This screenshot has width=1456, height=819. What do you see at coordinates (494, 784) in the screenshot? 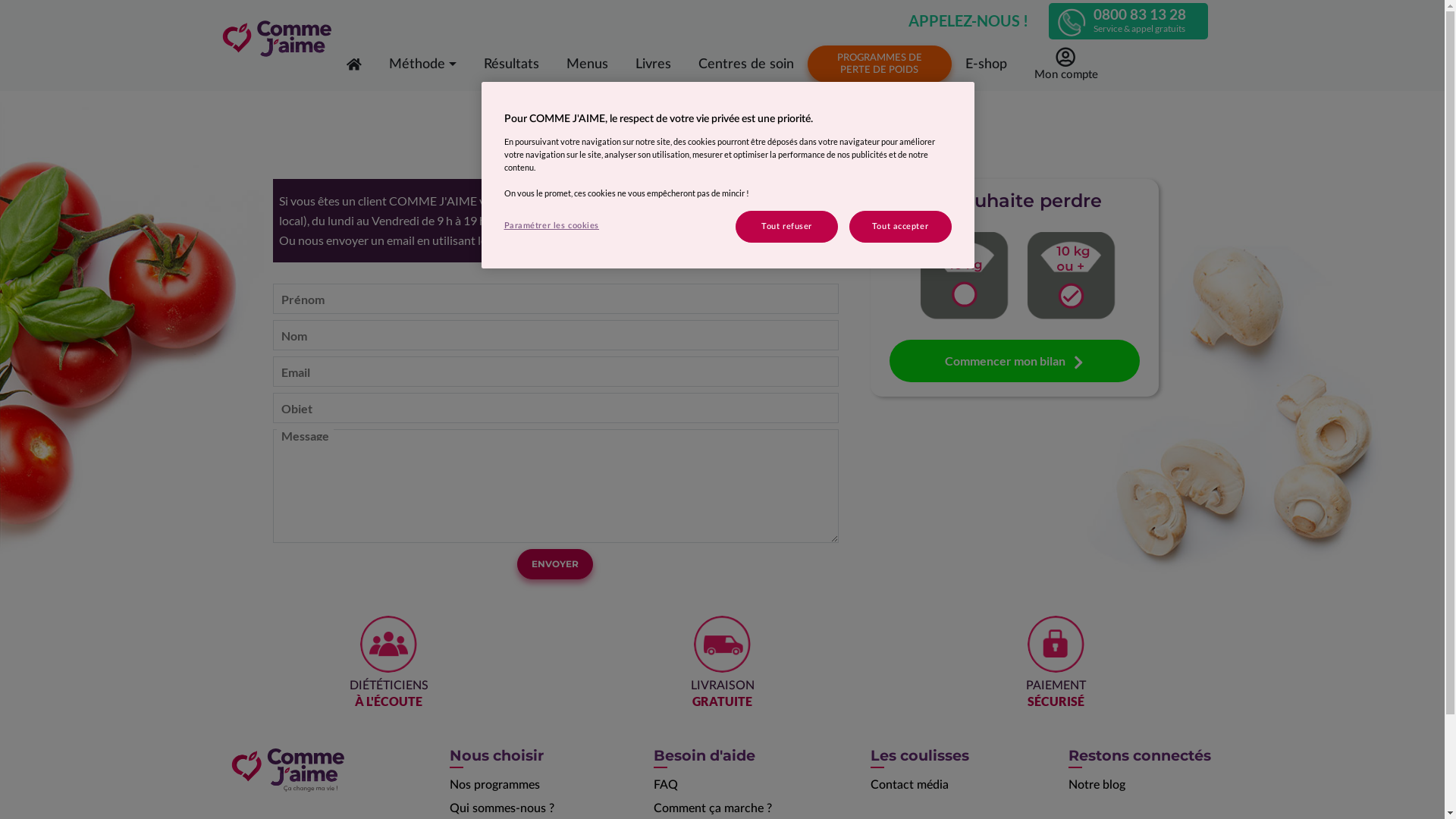
I see `'Nos programmes'` at bounding box center [494, 784].